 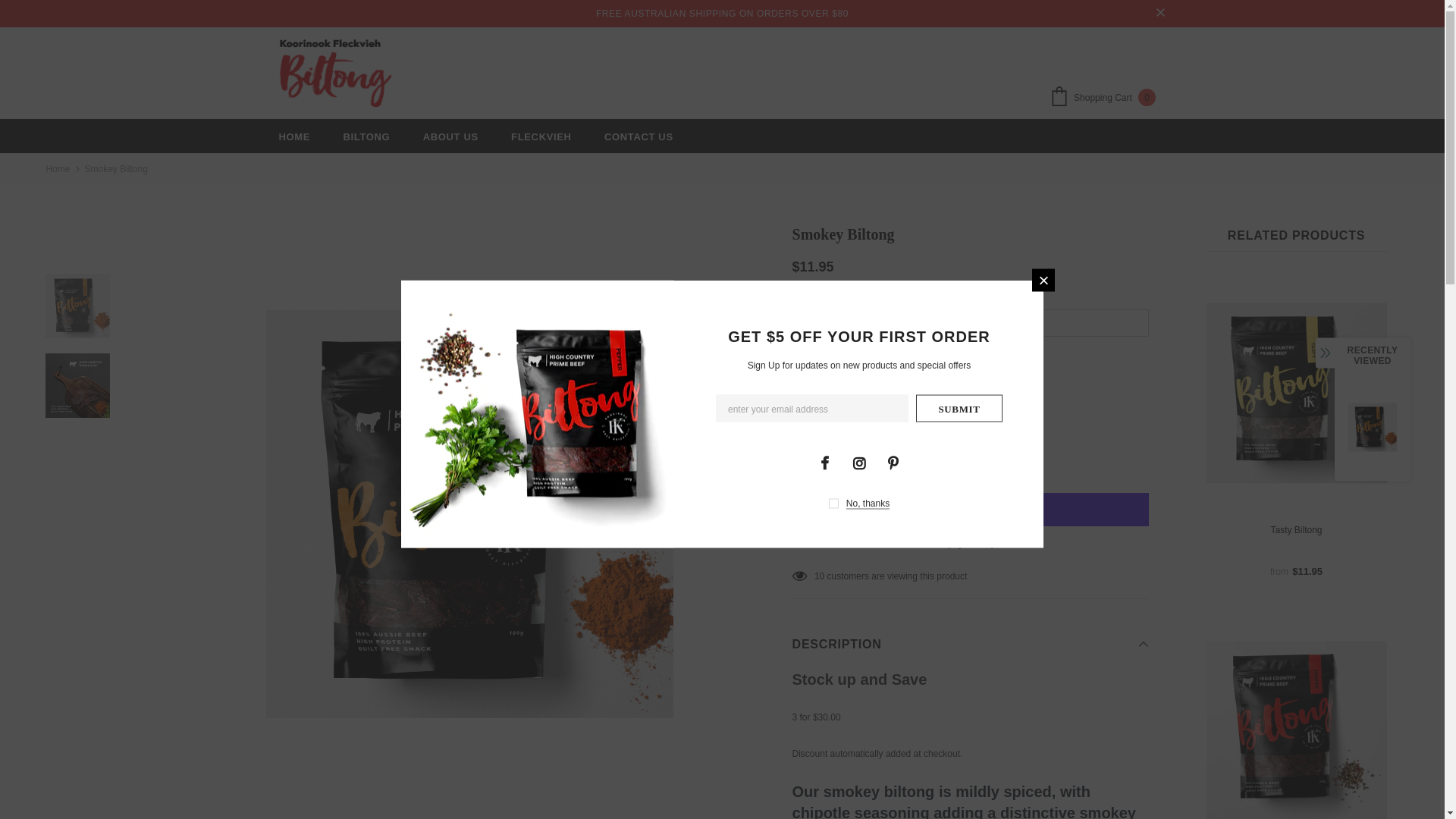 What do you see at coordinates (366, 135) in the screenshot?
I see `'BILTONG'` at bounding box center [366, 135].